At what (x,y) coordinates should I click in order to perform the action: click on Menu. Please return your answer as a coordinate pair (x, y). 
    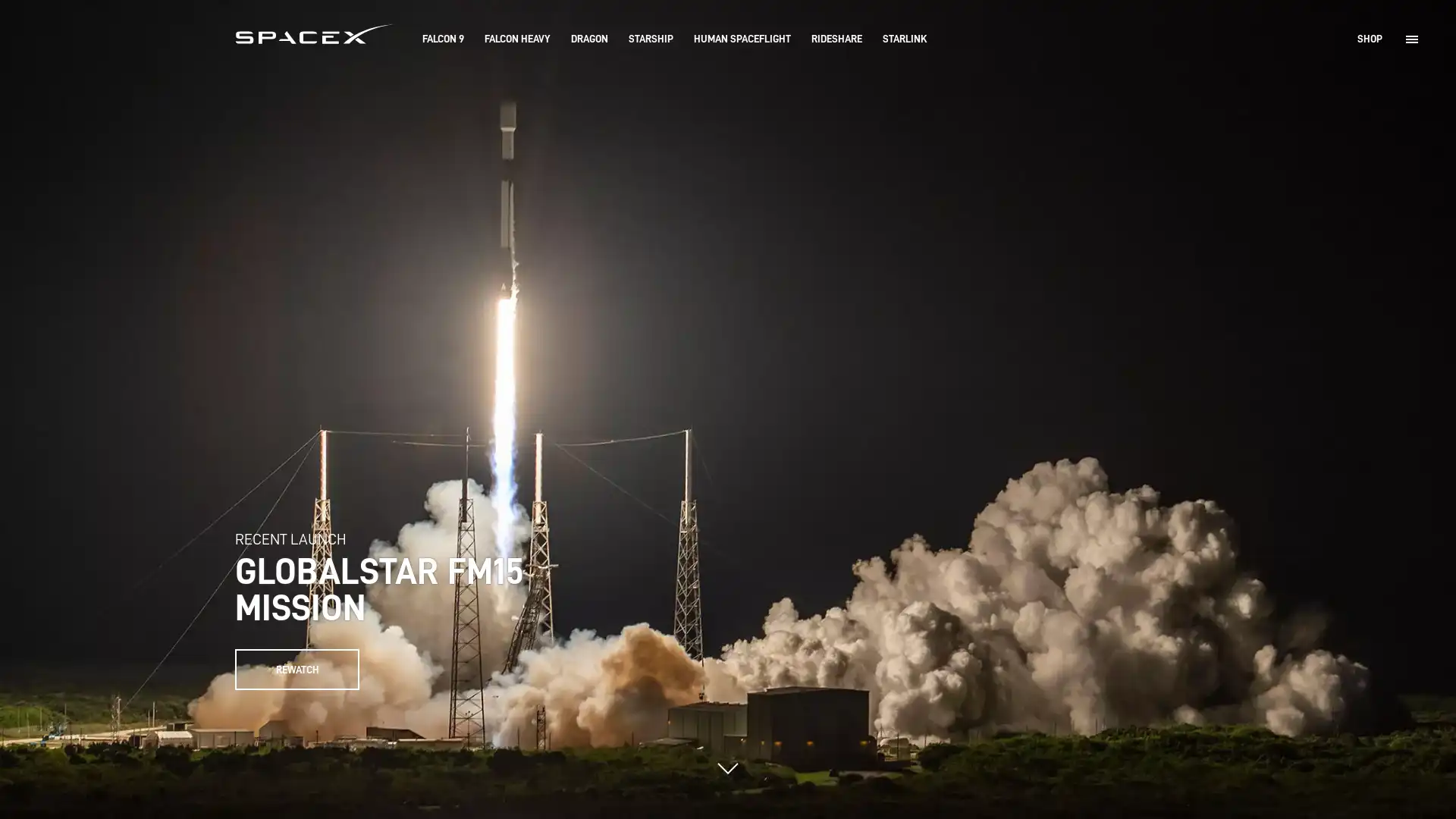
    Looking at the image, I should click on (1411, 38).